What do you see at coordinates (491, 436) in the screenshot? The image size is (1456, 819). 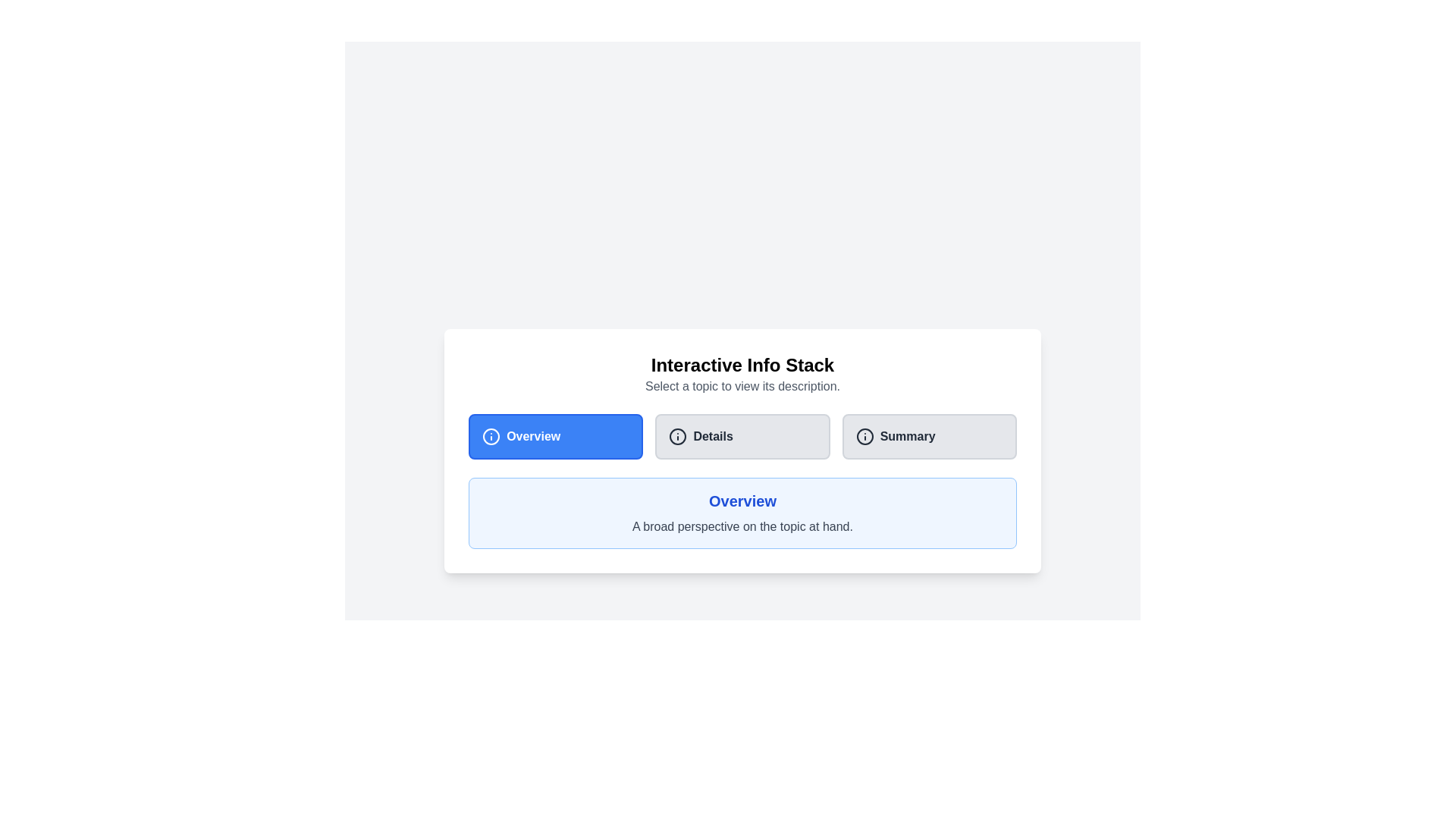 I see `the central circular part of the SVG icon, which has no visible fill or stroke, located to the left of the 'Details' button in the 'Overview' section` at bounding box center [491, 436].